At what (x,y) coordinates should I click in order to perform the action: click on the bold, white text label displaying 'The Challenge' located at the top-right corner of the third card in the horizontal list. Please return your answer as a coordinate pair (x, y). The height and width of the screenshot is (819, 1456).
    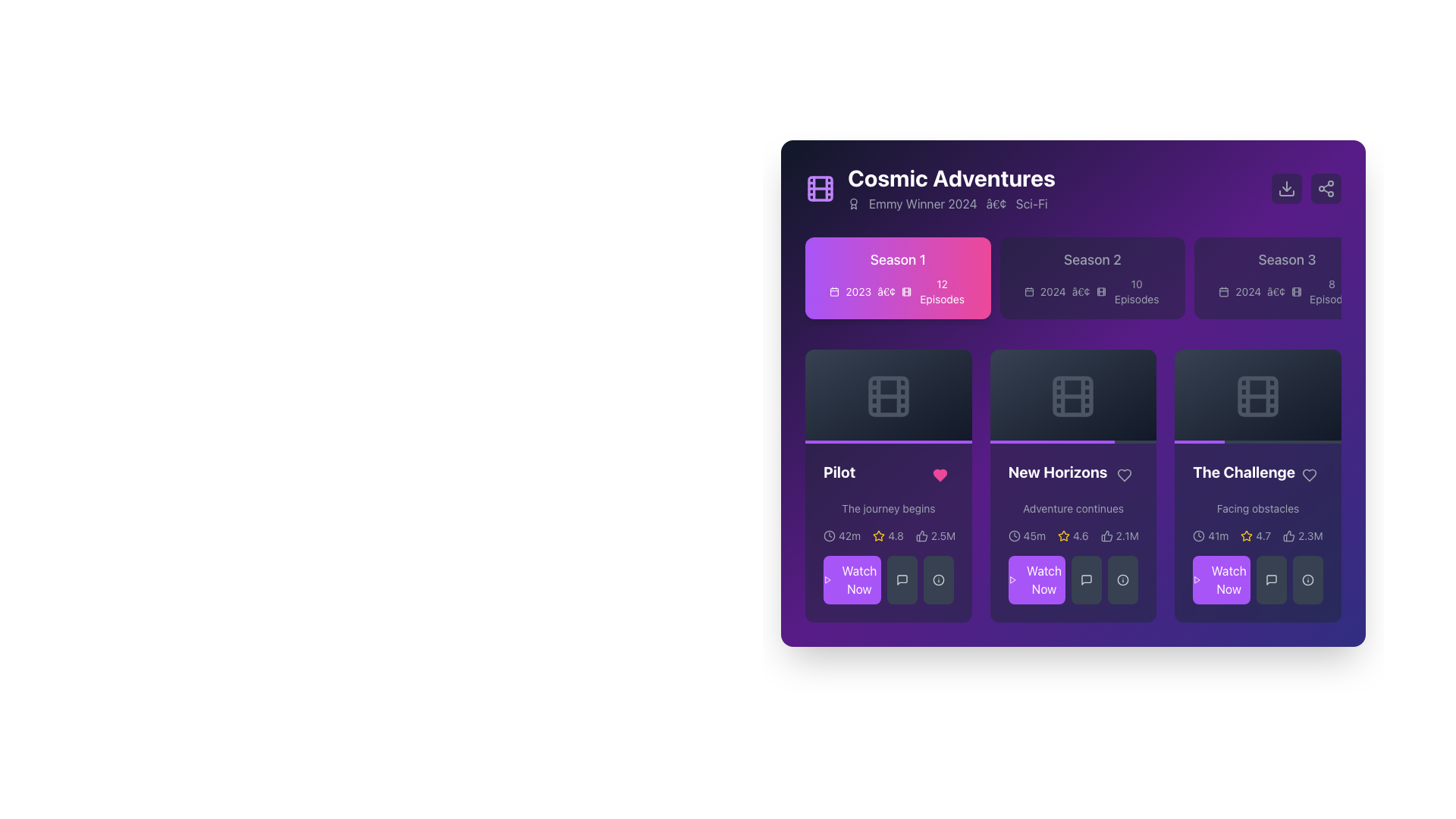
    Looking at the image, I should click on (1244, 471).